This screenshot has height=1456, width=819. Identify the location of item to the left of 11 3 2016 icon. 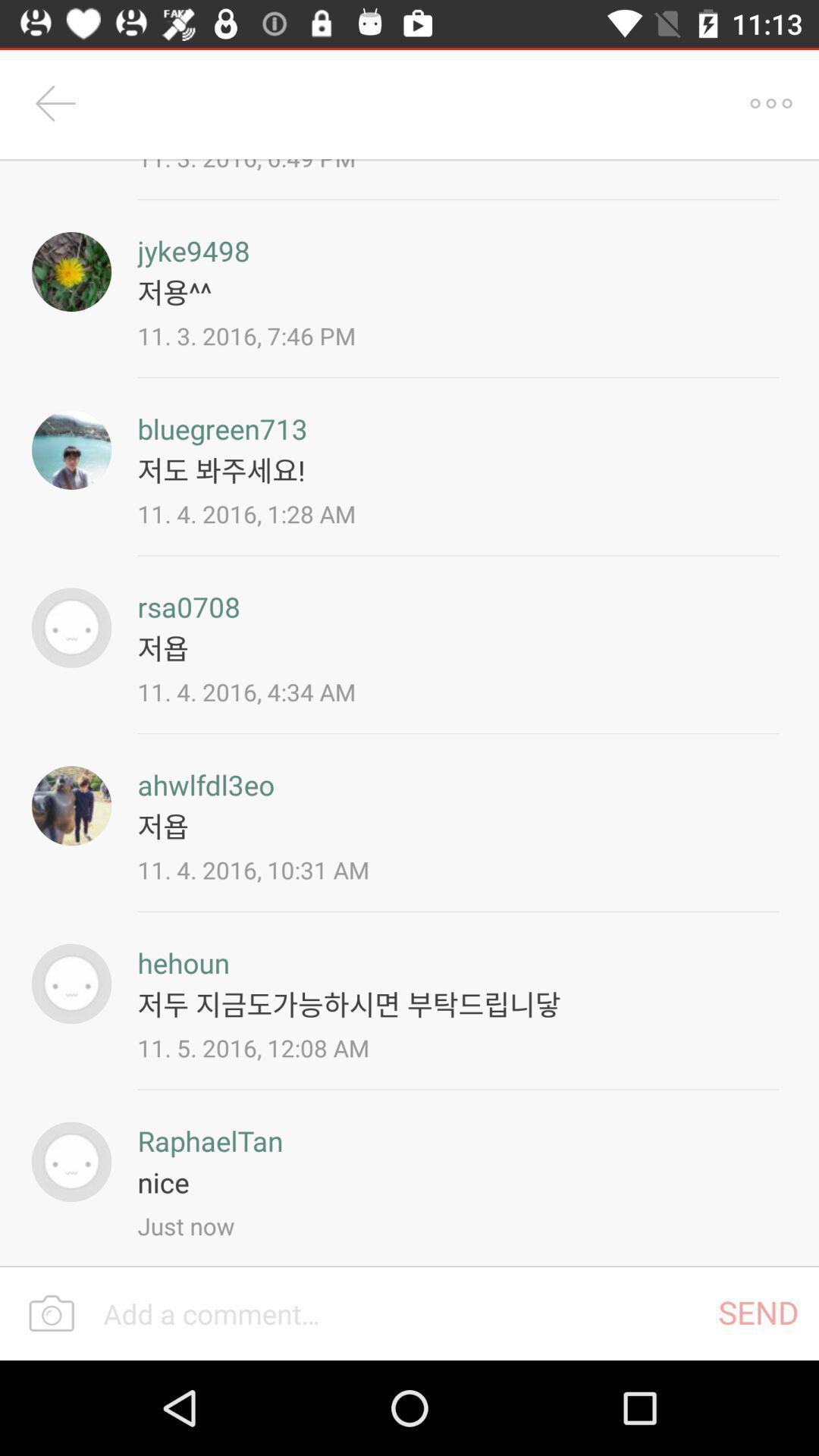
(55, 102).